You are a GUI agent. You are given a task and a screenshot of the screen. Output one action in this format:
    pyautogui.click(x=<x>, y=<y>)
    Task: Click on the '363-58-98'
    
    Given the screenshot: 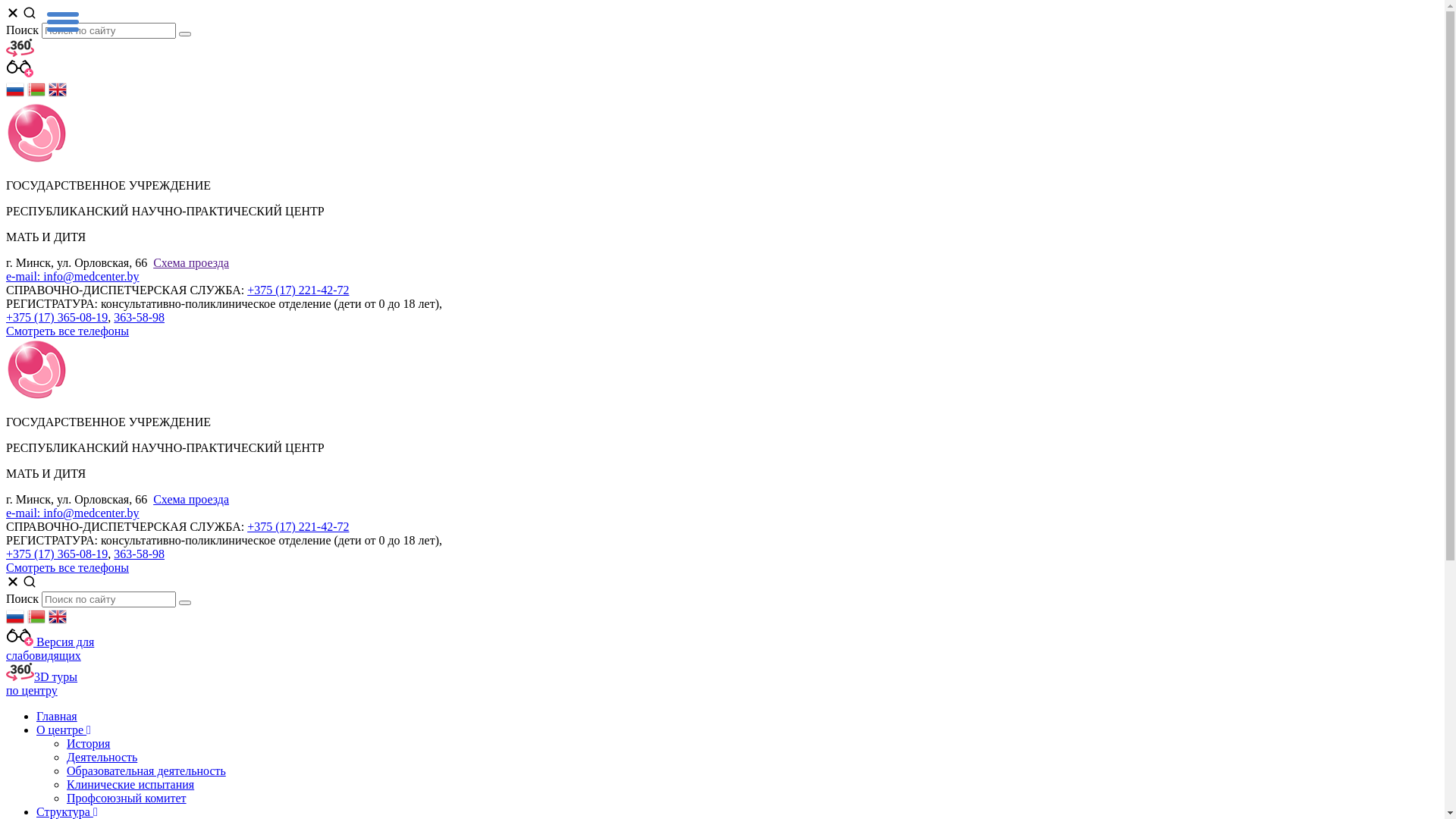 What is the action you would take?
    pyautogui.click(x=139, y=554)
    